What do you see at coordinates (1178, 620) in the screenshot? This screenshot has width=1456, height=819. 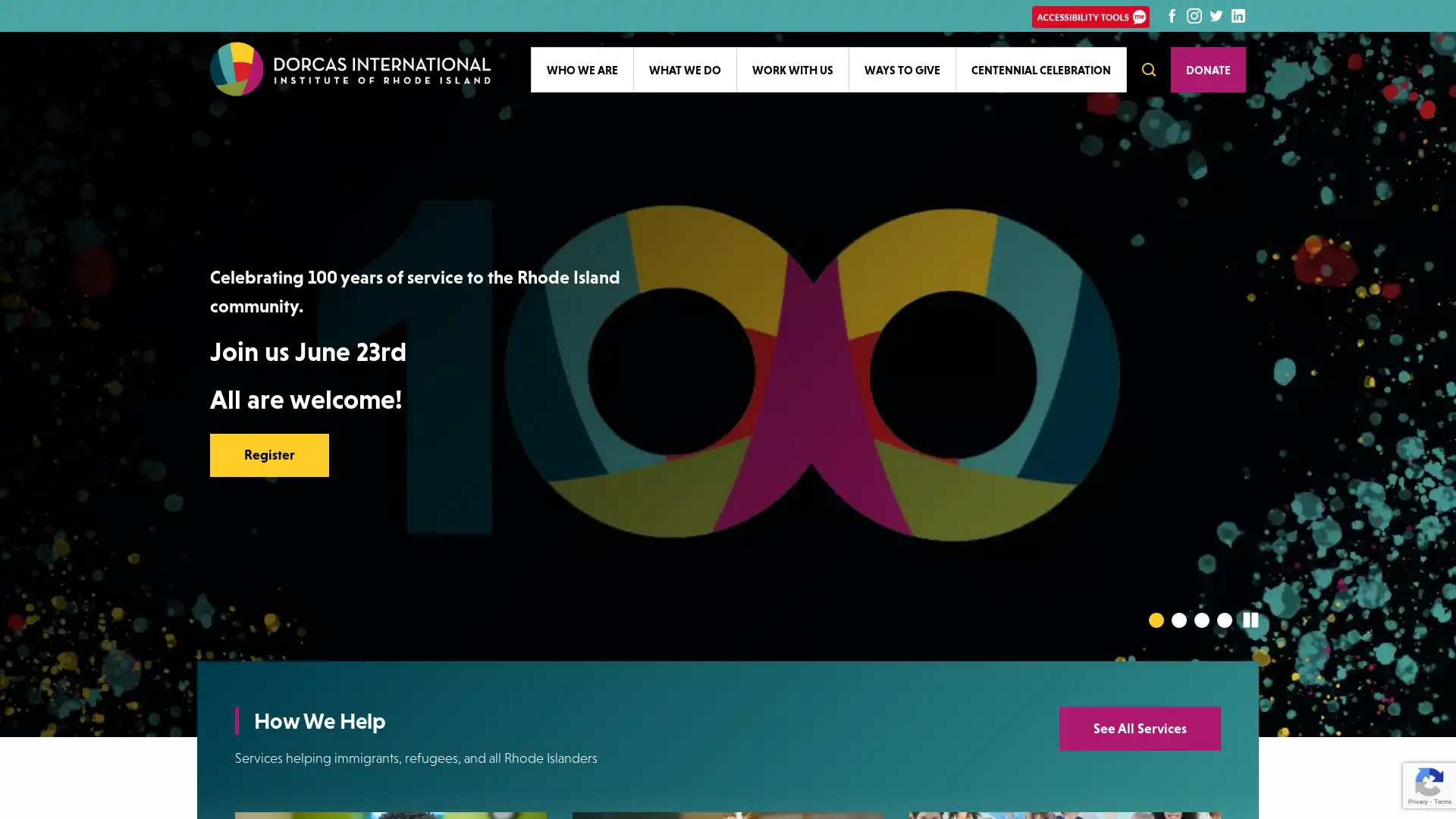 I see `Go to slide 2` at bounding box center [1178, 620].